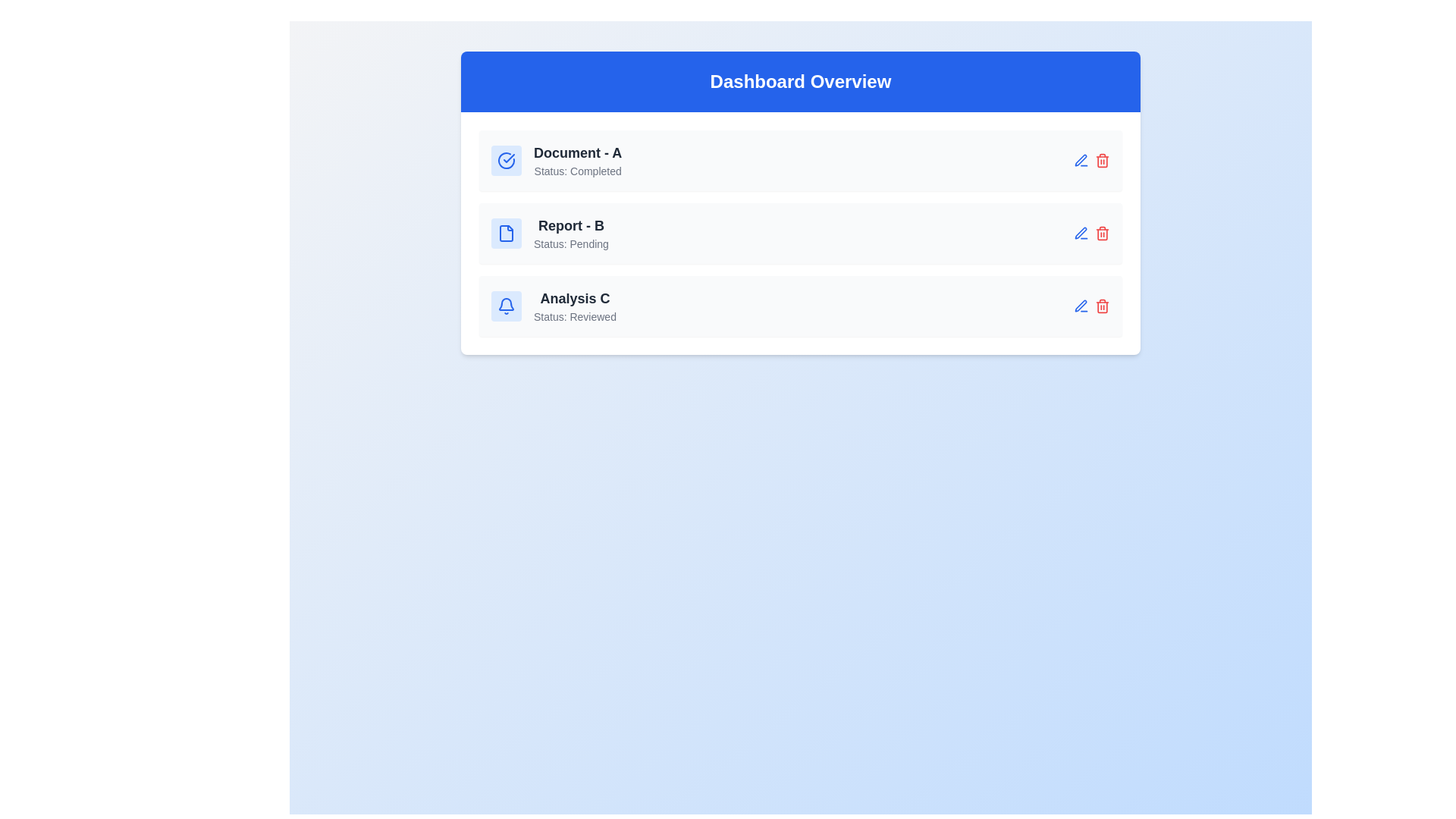 The width and height of the screenshot is (1456, 819). I want to click on the circular icon with a blue outline and a checkmark overlay, which indicates a completed task, located to the left of the text 'Document - A' and 'Status: Completed', so click(506, 161).